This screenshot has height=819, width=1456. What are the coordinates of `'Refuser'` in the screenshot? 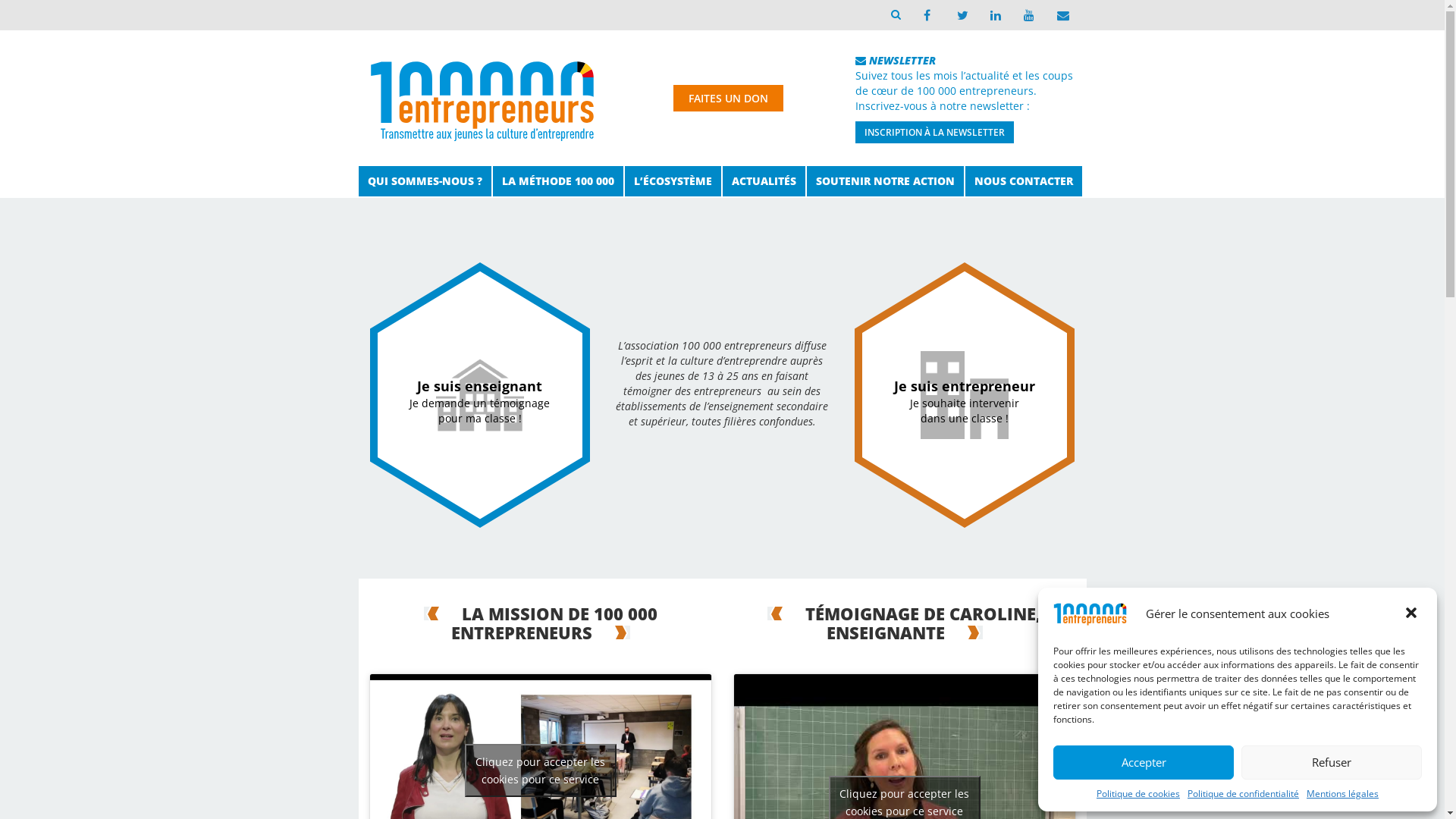 It's located at (1331, 762).